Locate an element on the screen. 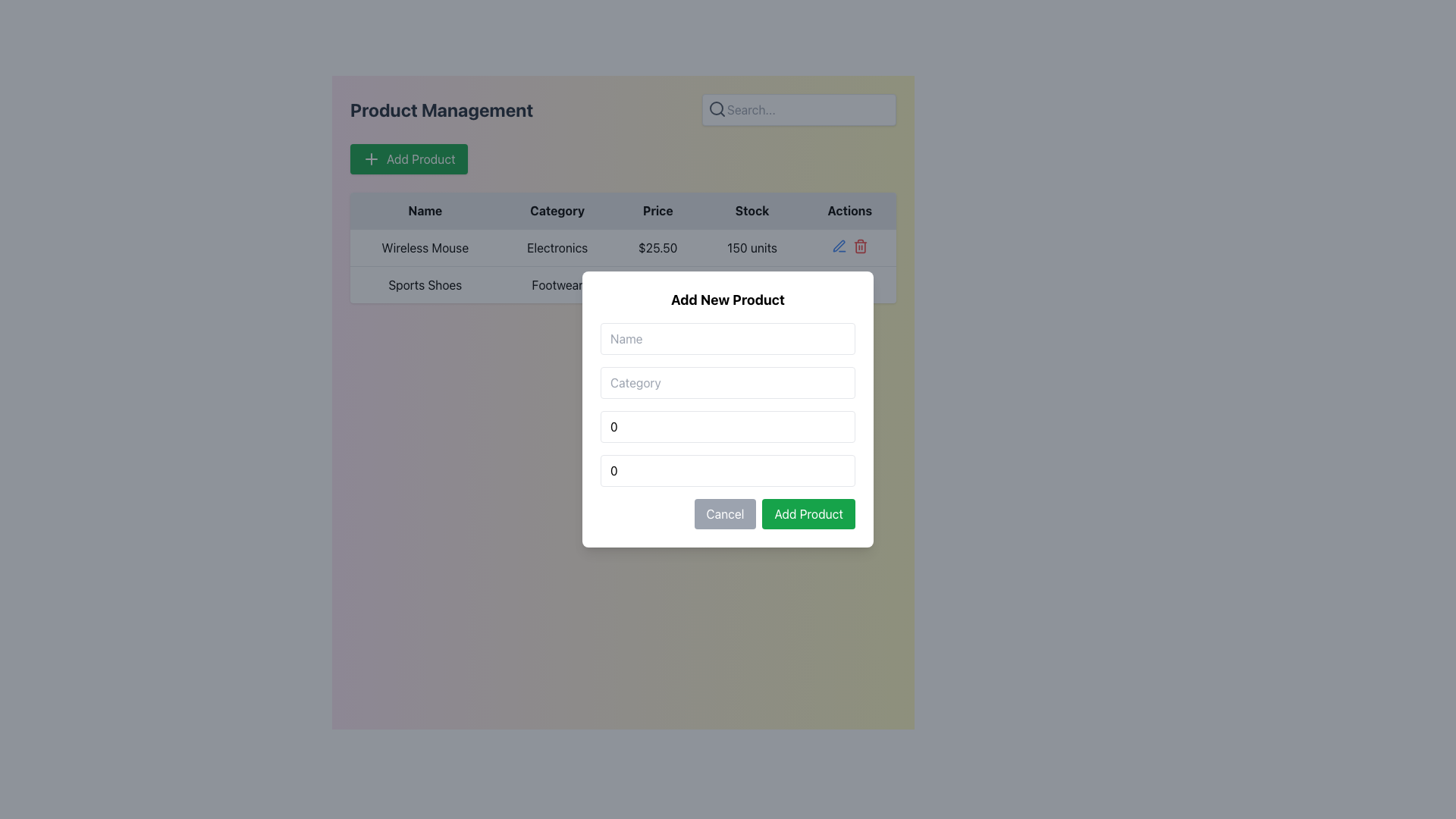 The height and width of the screenshot is (819, 1456). the text label displaying '150 units' located in the fourth cell of the first row of the 'Stock' column in the table is located at coordinates (752, 247).